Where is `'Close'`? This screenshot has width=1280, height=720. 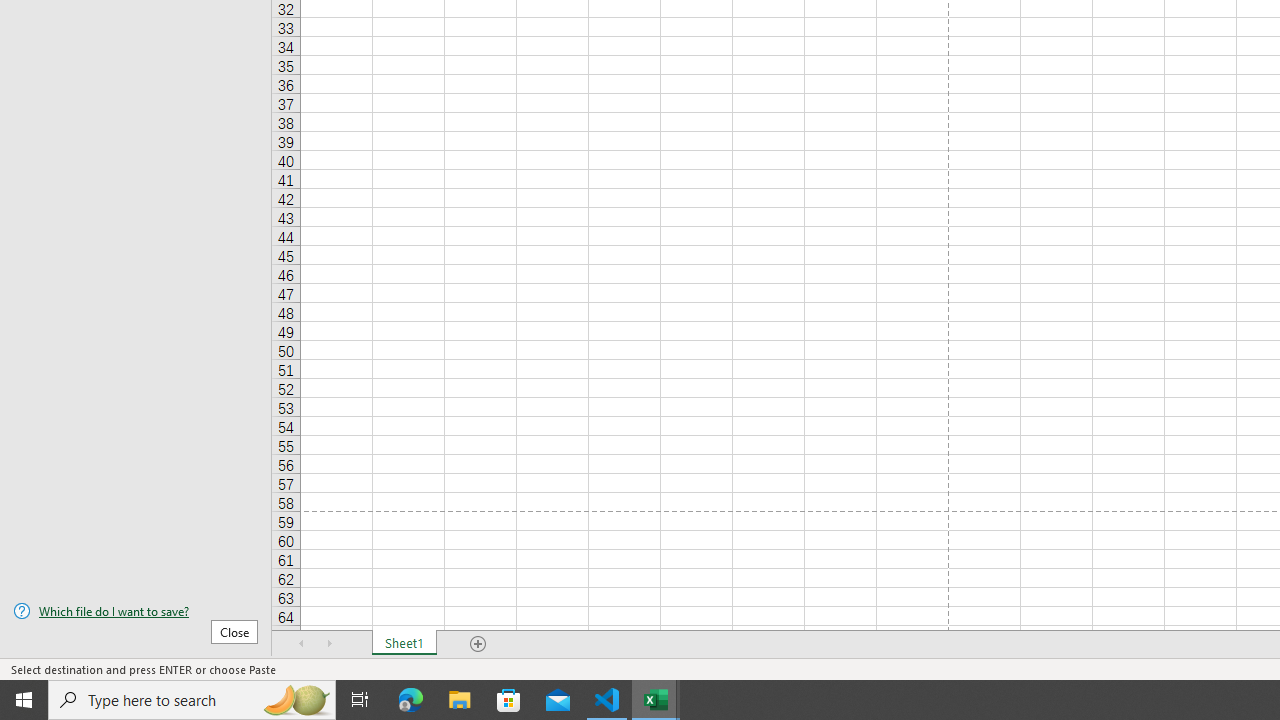 'Close' is located at coordinates (234, 631).